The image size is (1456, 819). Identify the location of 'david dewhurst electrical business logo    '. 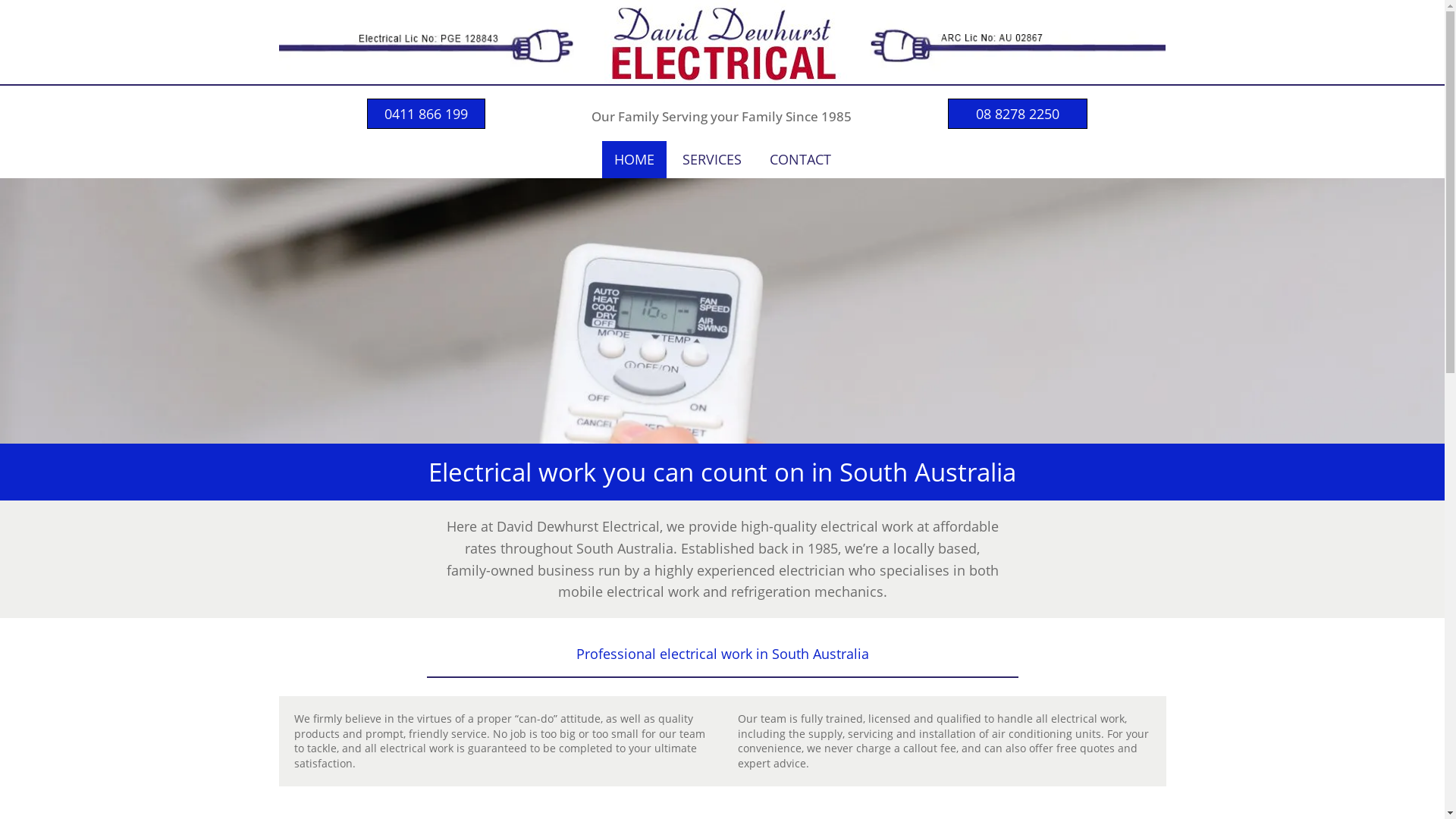
(579, 41).